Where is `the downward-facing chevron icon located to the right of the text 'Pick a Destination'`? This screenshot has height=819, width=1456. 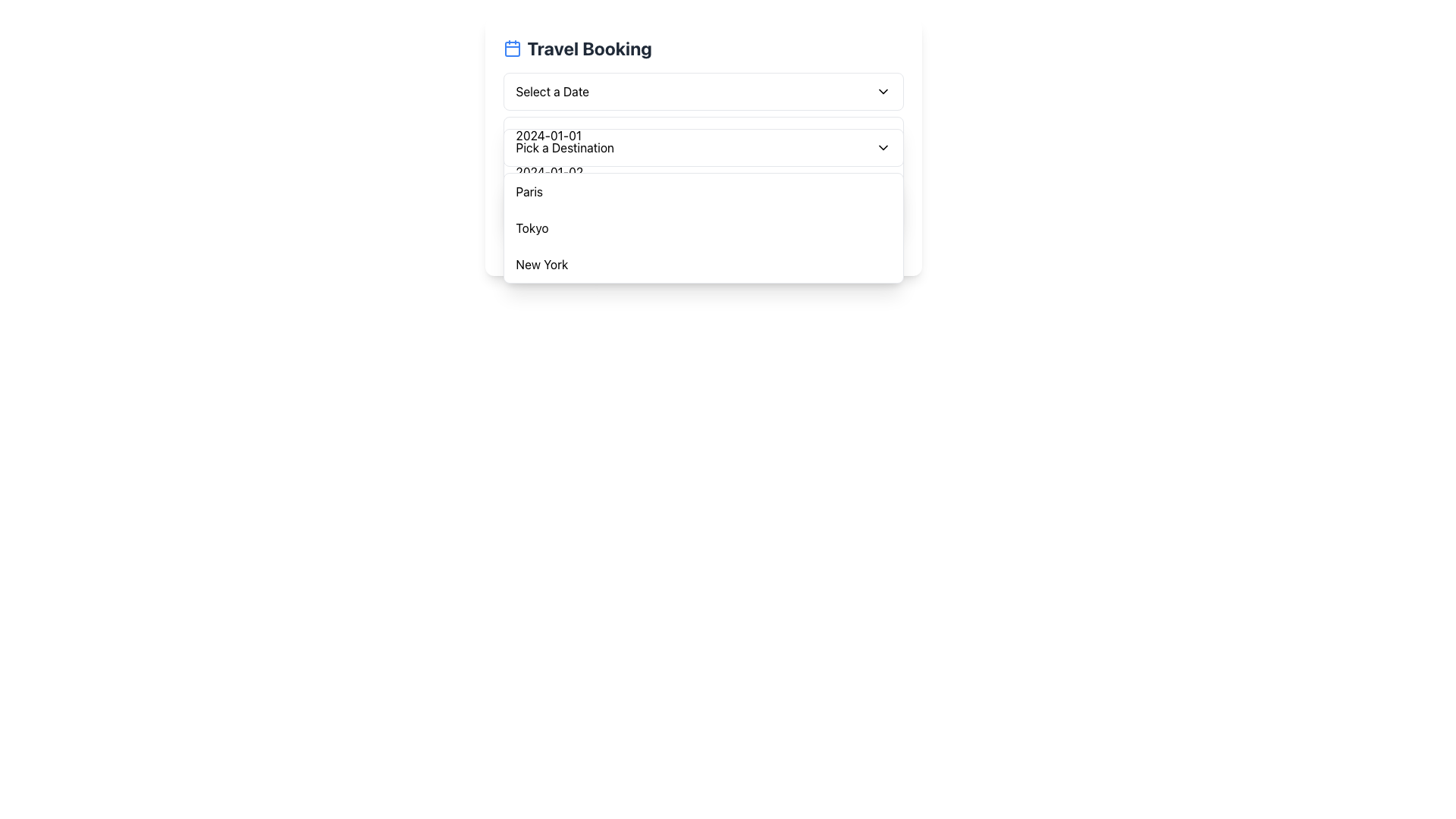
the downward-facing chevron icon located to the right of the text 'Pick a Destination' is located at coordinates (883, 148).